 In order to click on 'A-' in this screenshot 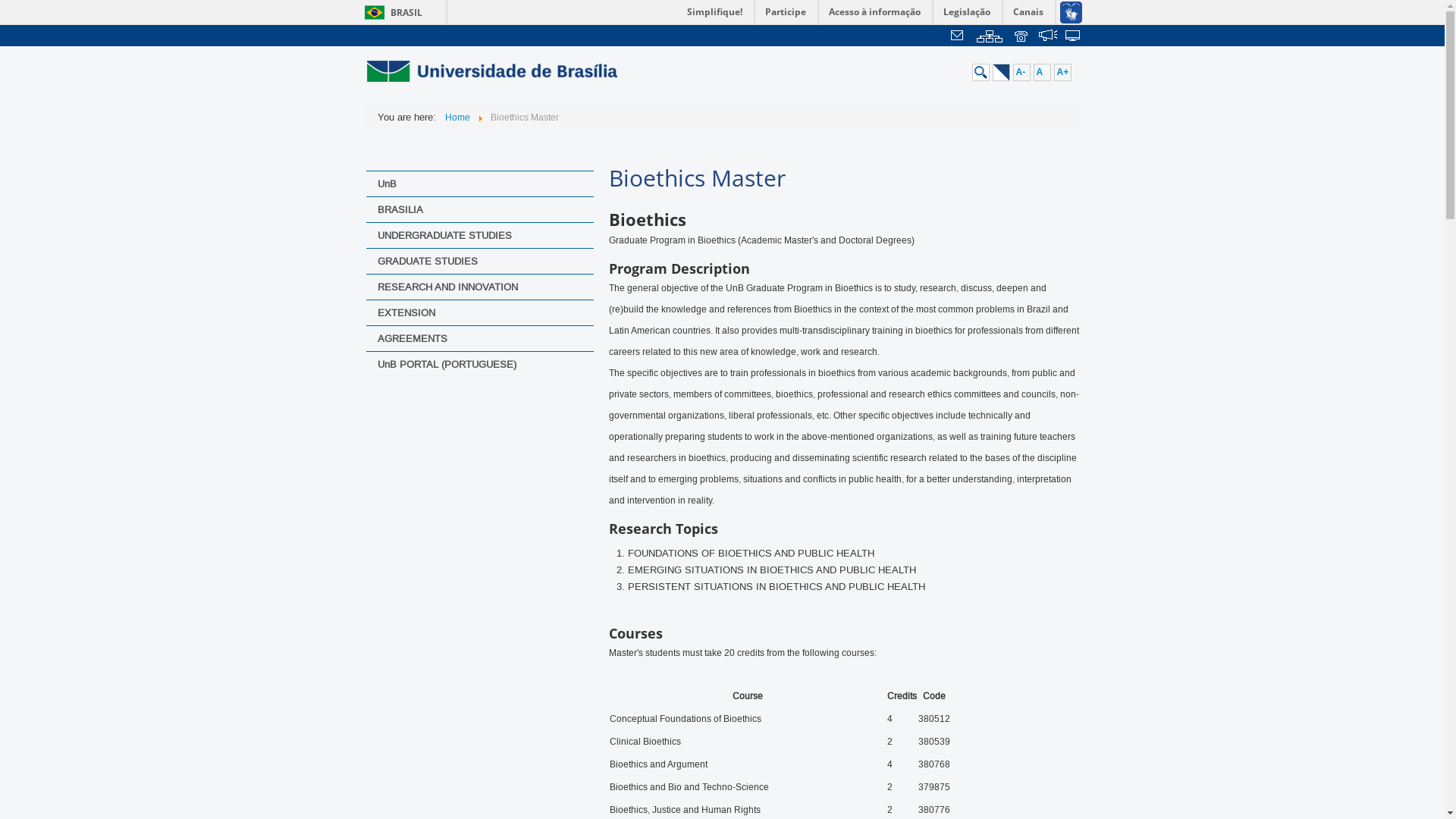, I will do `click(1021, 72)`.